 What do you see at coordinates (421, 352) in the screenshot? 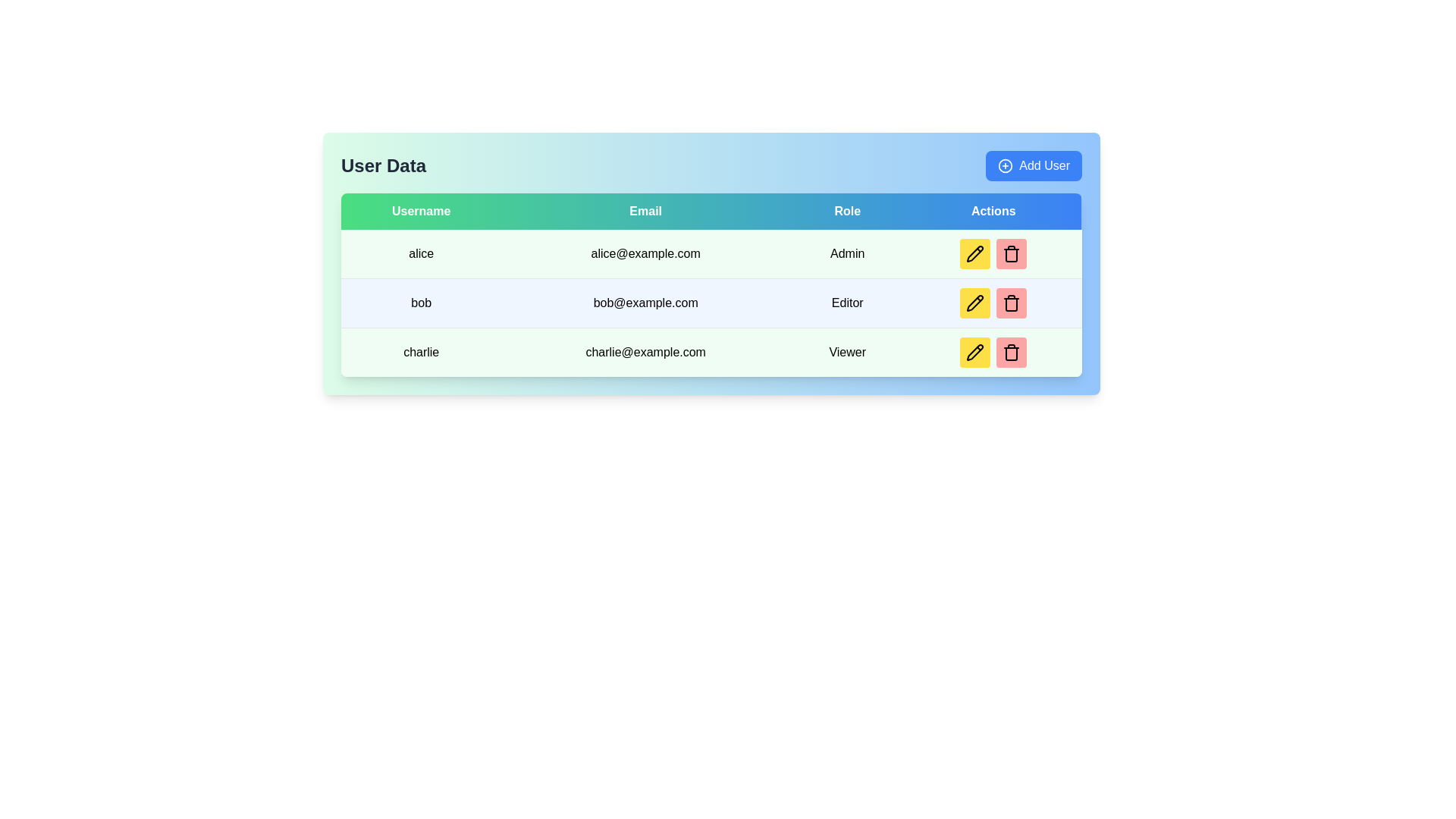
I see `the label displaying 'charlie' in the 'Username' column of the data table` at bounding box center [421, 352].